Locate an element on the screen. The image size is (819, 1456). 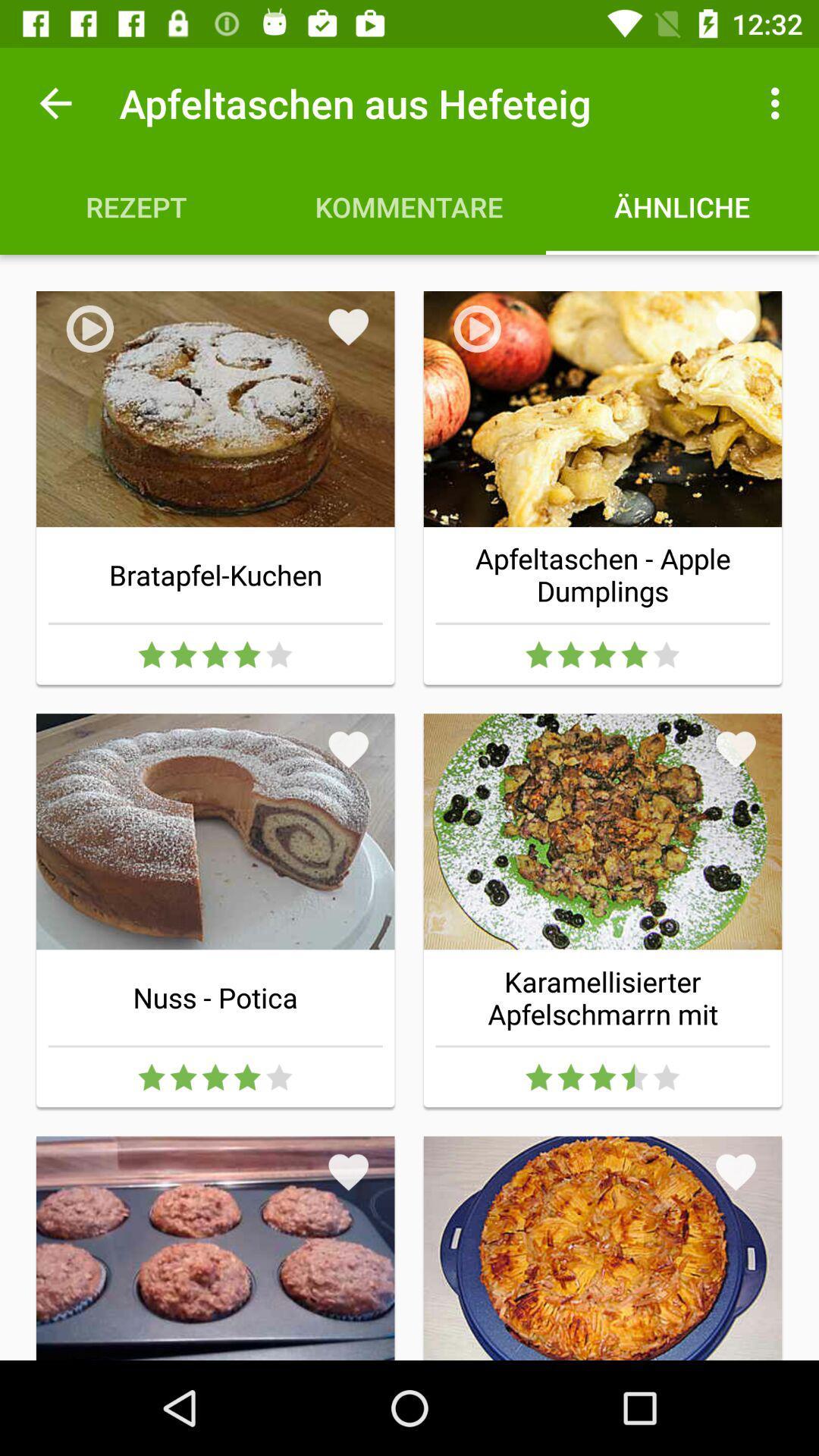
the item below the kommentare icon is located at coordinates (348, 326).